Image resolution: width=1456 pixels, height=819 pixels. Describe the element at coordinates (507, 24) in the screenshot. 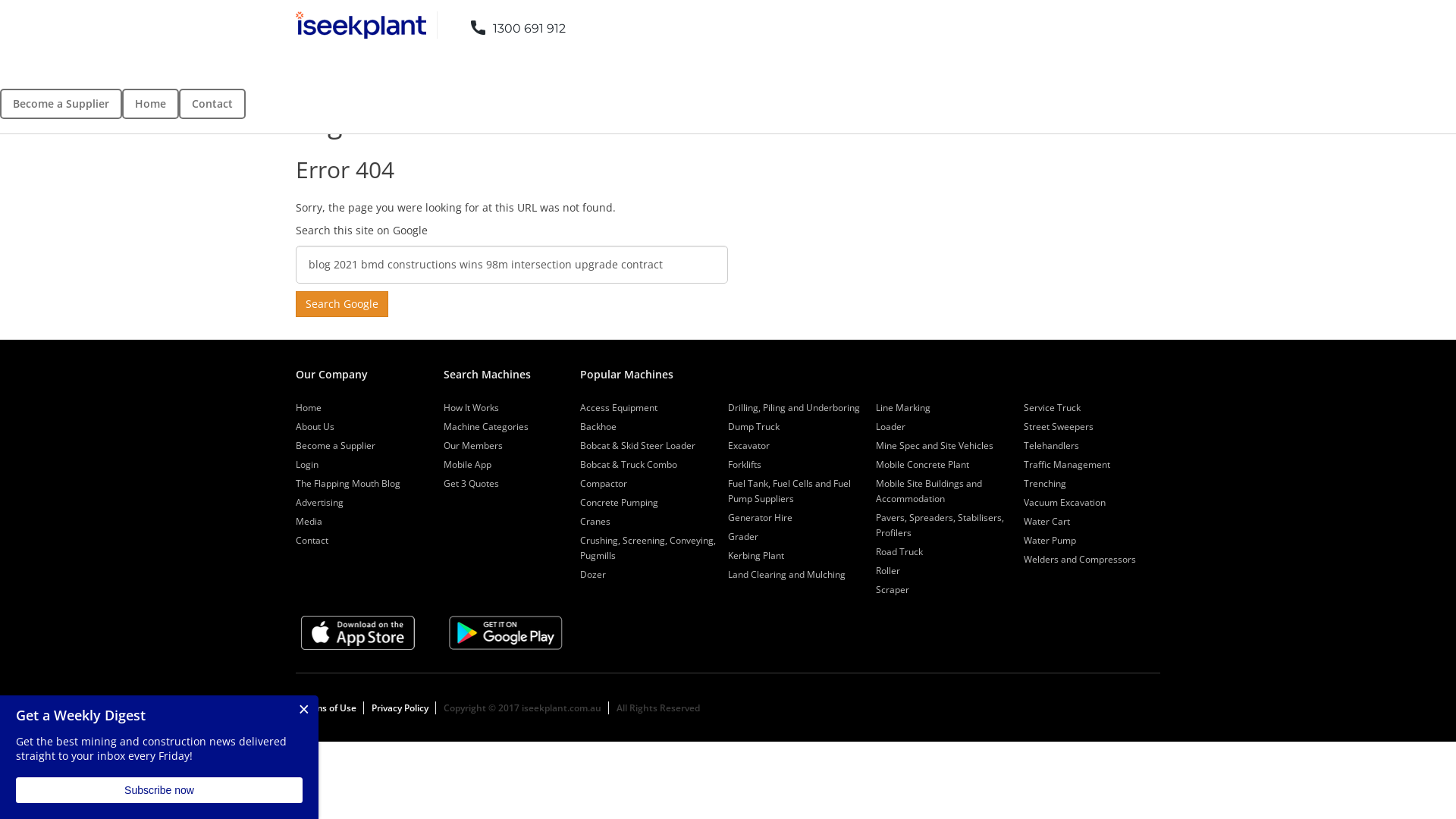

I see `' 1300 691 912'` at that location.